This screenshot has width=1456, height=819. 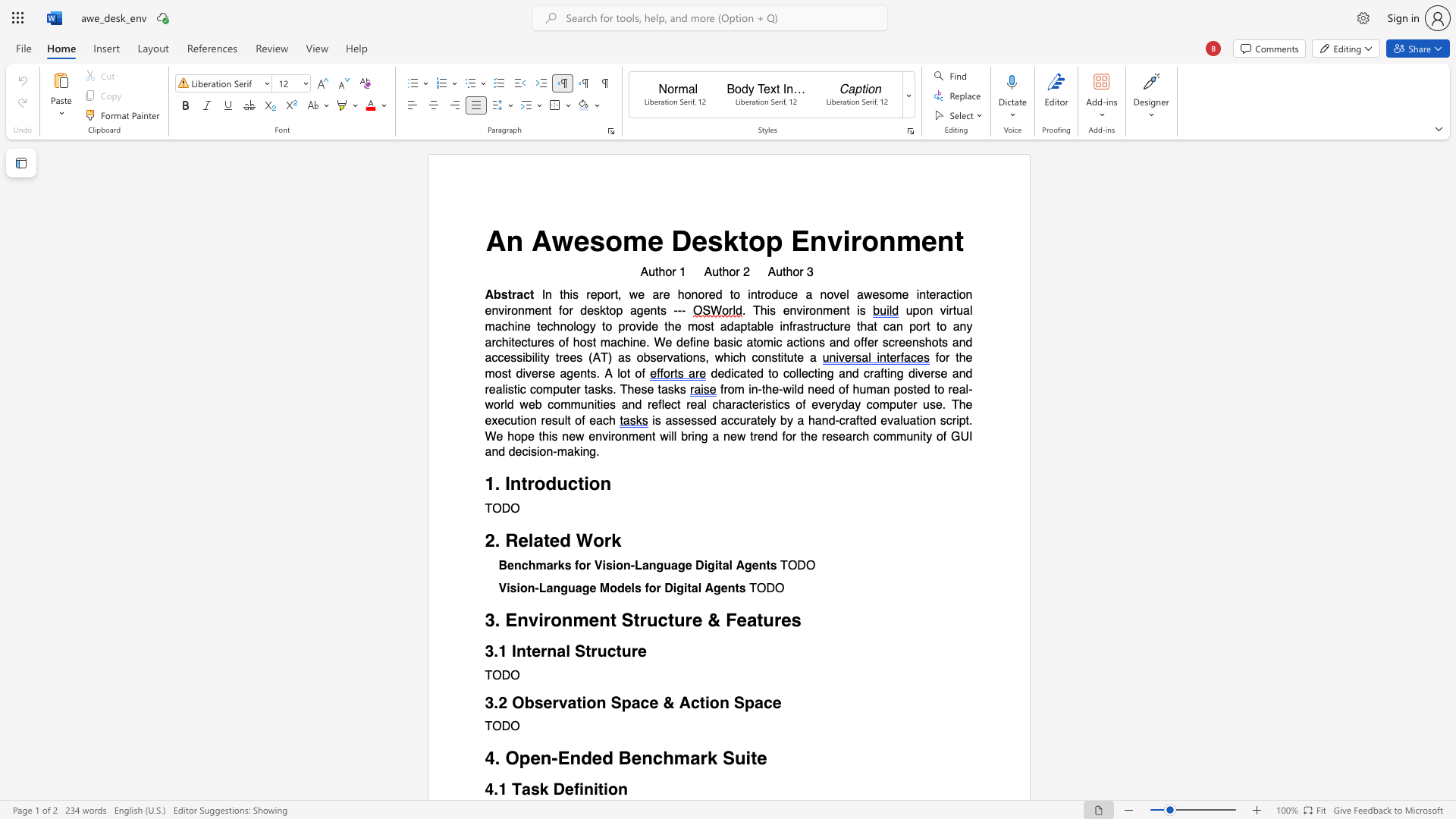 I want to click on the 3th character "e" in the text, so click(x=723, y=588).